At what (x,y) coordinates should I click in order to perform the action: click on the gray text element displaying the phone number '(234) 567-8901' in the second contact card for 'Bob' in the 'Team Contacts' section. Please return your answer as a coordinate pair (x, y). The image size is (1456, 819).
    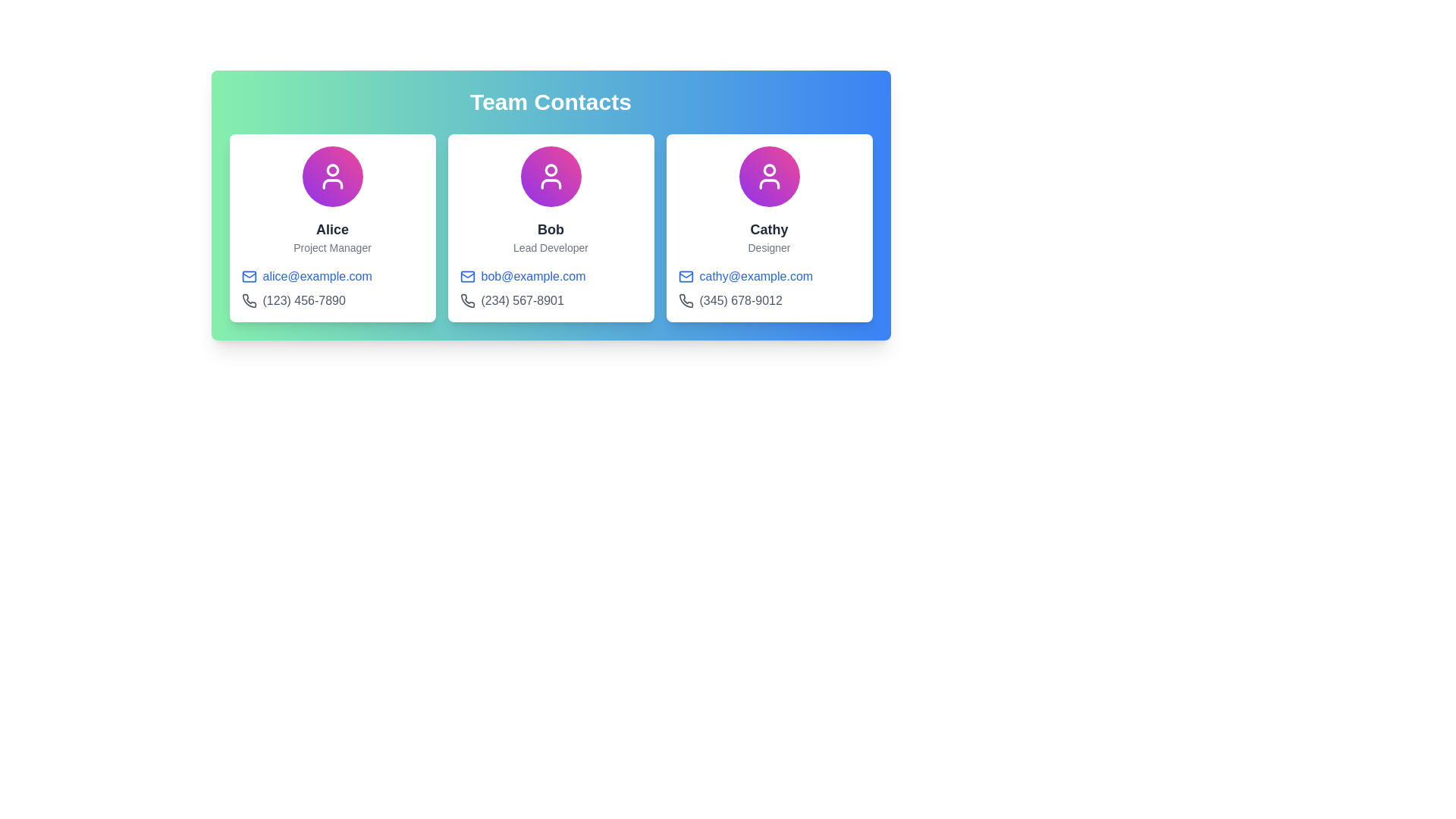
    Looking at the image, I should click on (522, 301).